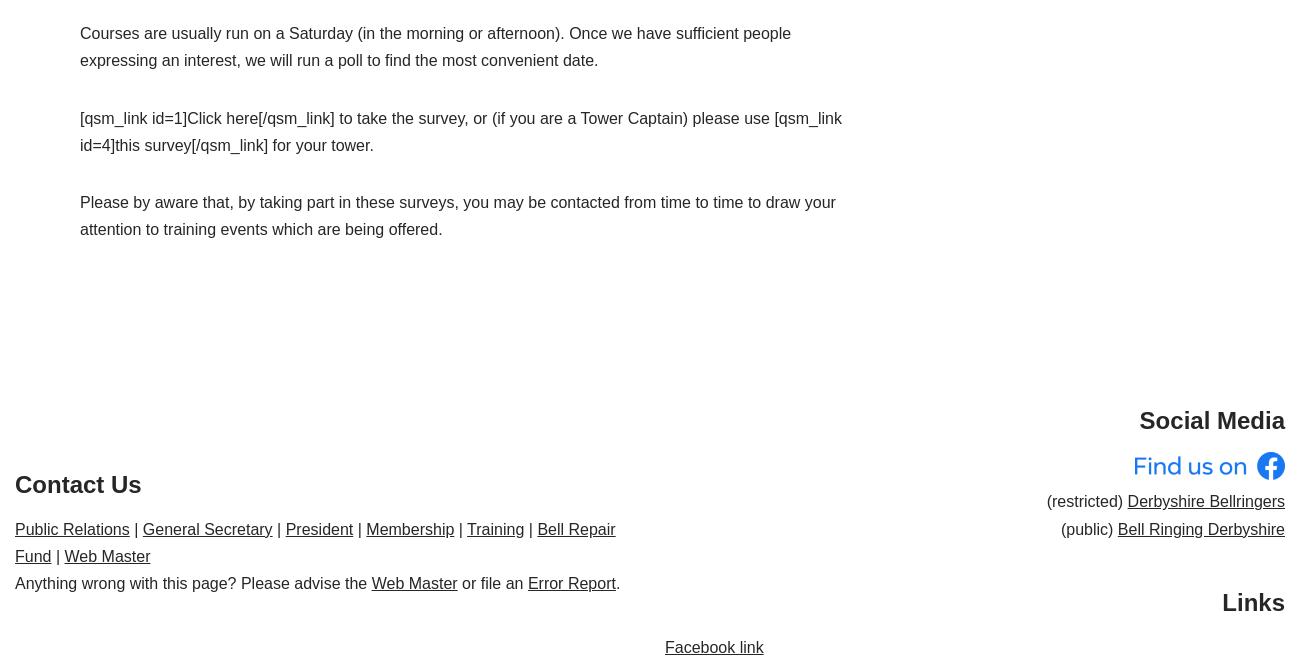  I want to click on 'Contact Us', so click(78, 482).